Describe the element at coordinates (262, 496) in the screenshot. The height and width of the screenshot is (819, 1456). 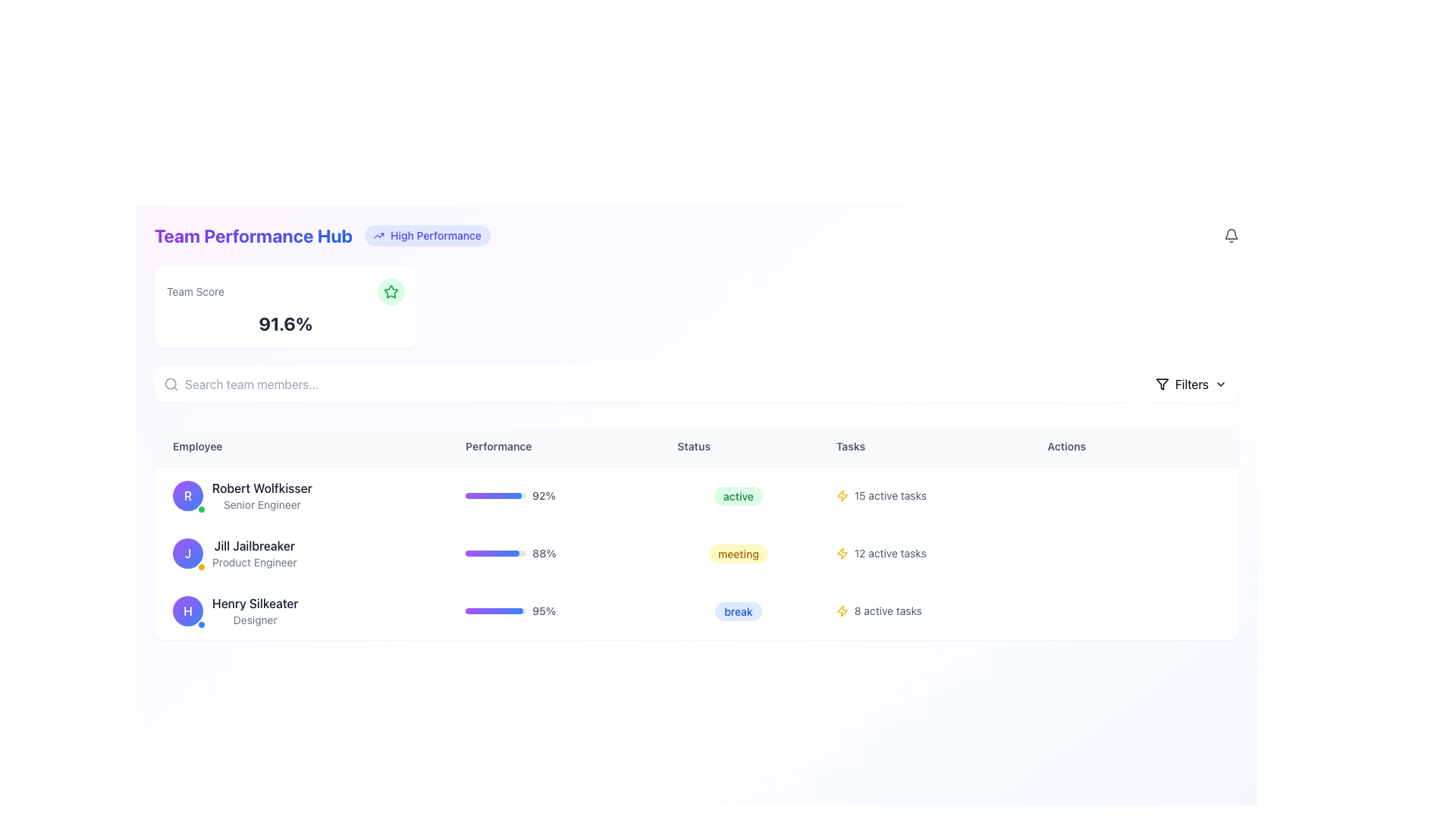
I see `displayed name 'Robert Wolfkisser' and role 'Senior Engineer' from the first row of the employee list in the 'Employee' column` at that location.